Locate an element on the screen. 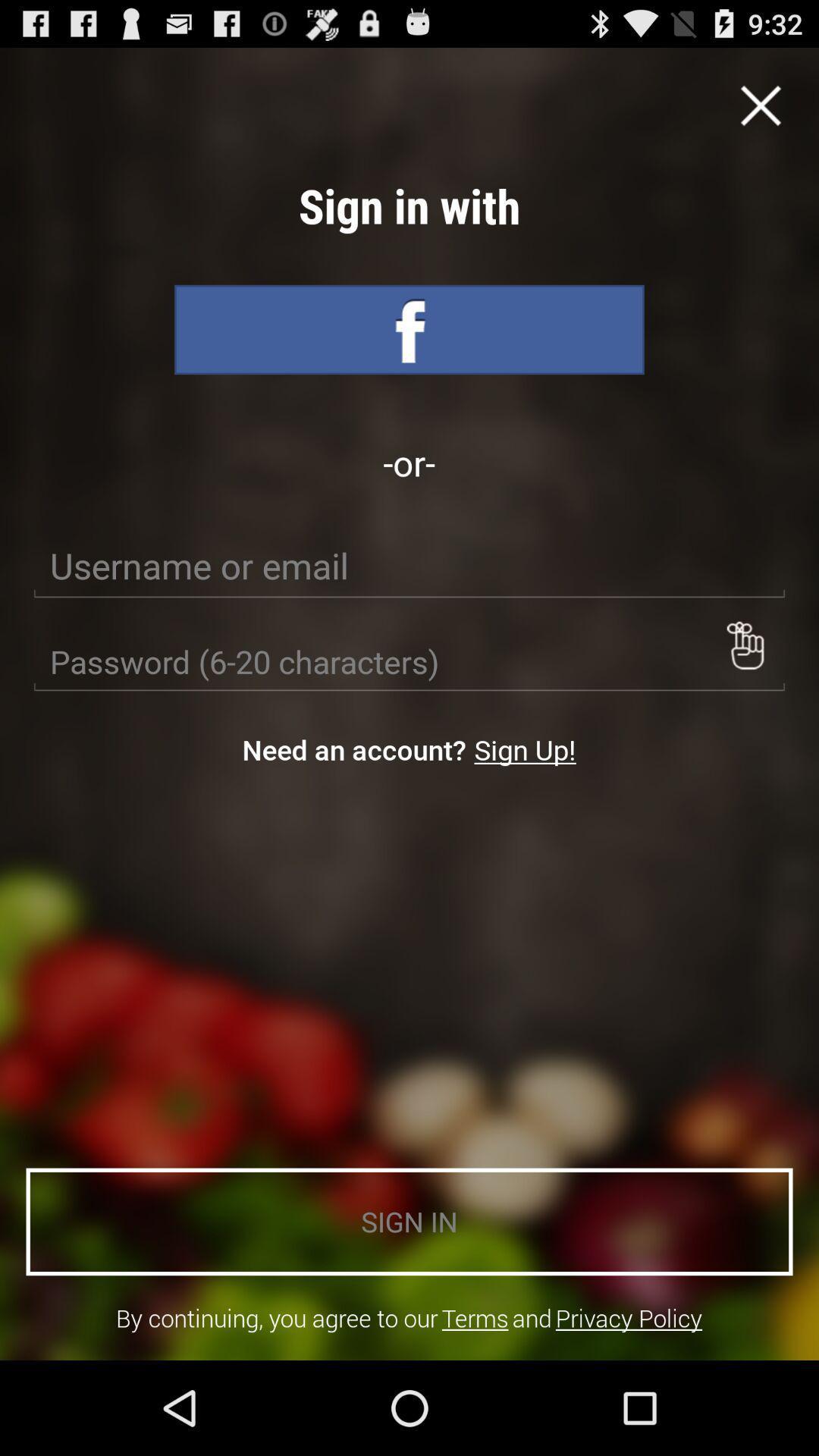 The height and width of the screenshot is (1456, 819). use facebook for signin is located at coordinates (409, 329).